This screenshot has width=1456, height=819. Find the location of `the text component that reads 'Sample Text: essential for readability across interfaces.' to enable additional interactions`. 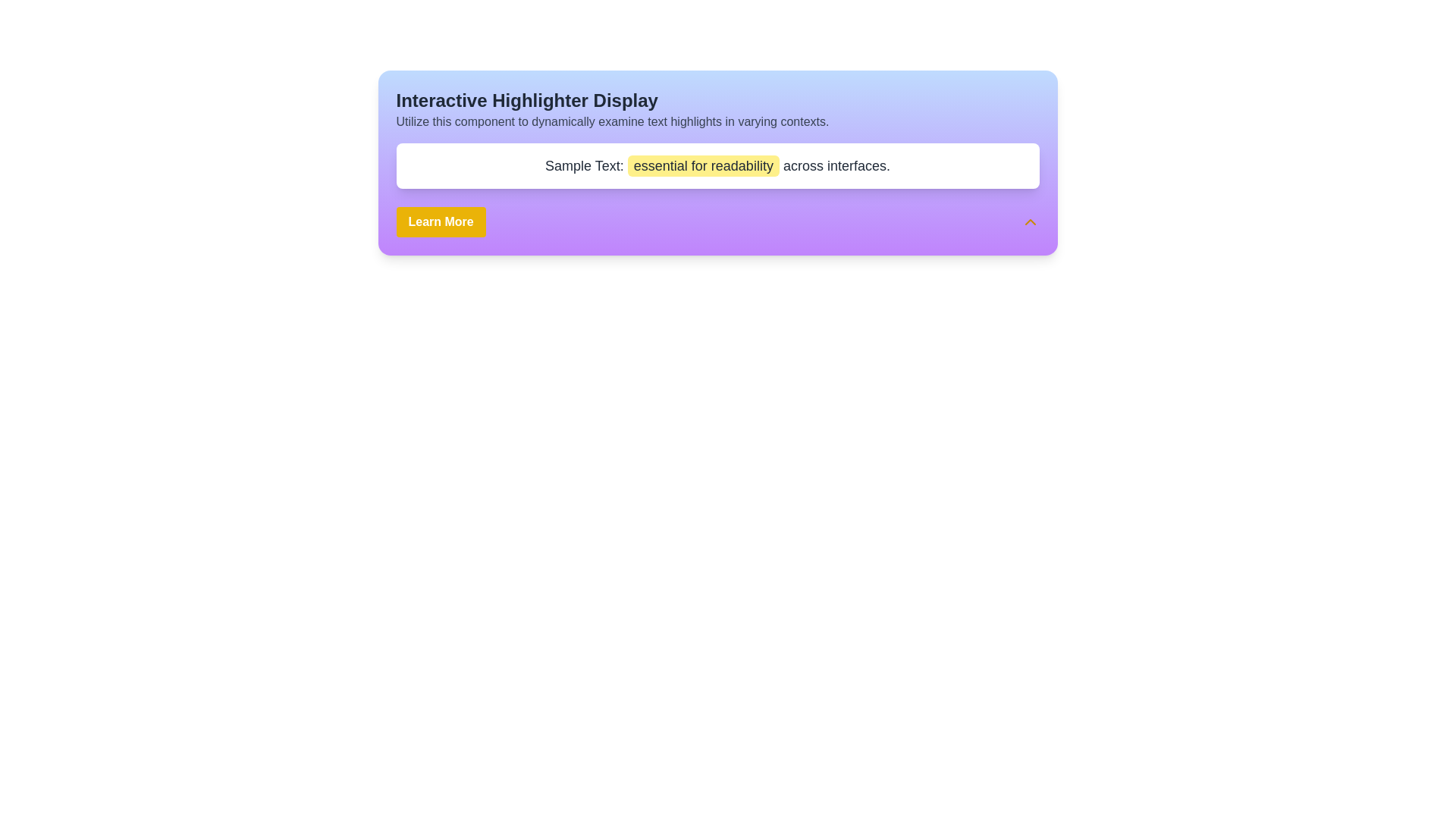

the text component that reads 'Sample Text: essential for readability across interfaces.' to enable additional interactions is located at coordinates (717, 166).